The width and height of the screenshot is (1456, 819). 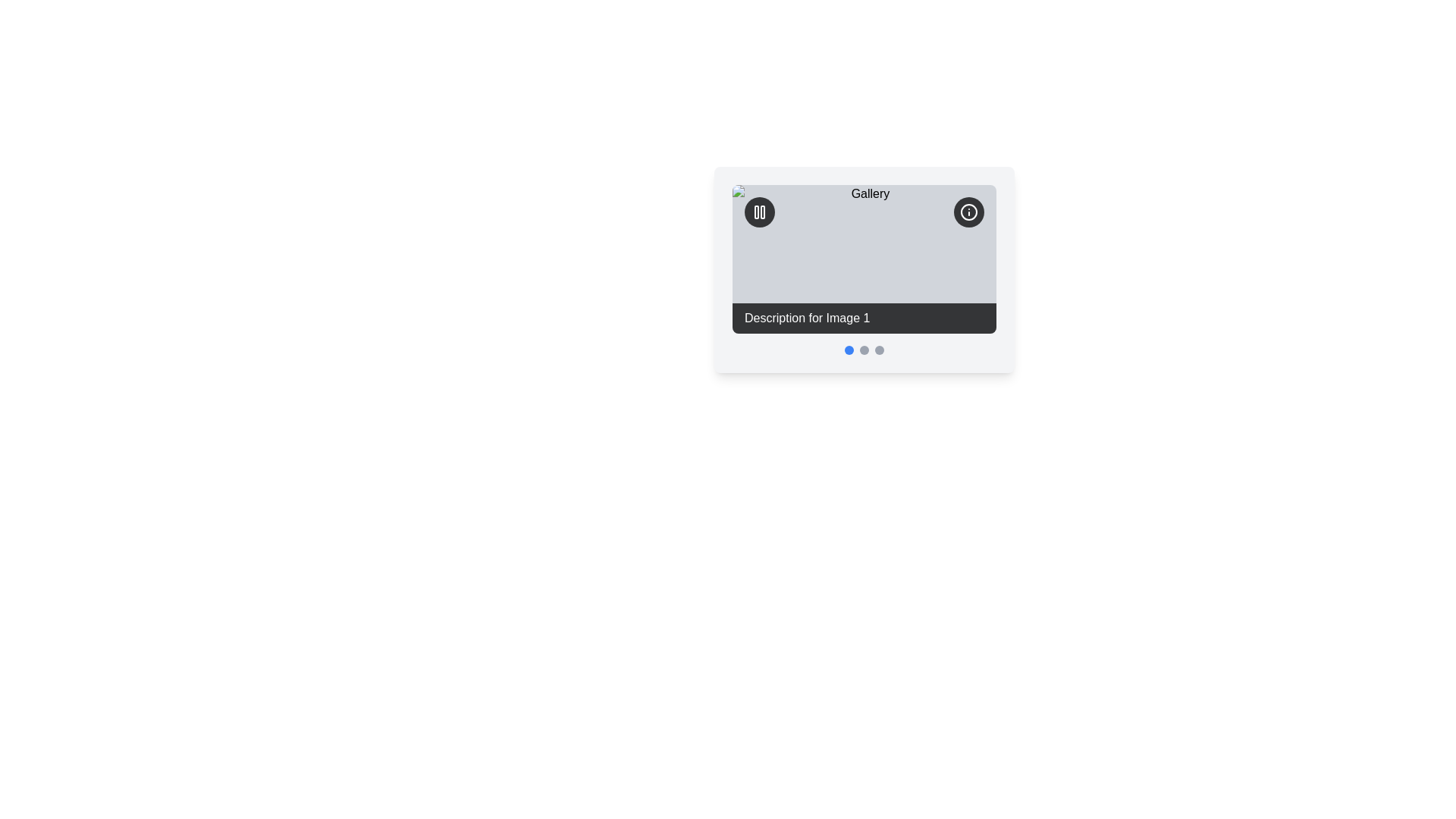 What do you see at coordinates (864, 350) in the screenshot?
I see `the second circular gray indicator located under the description bar labeled 'Description for Image 1'` at bounding box center [864, 350].